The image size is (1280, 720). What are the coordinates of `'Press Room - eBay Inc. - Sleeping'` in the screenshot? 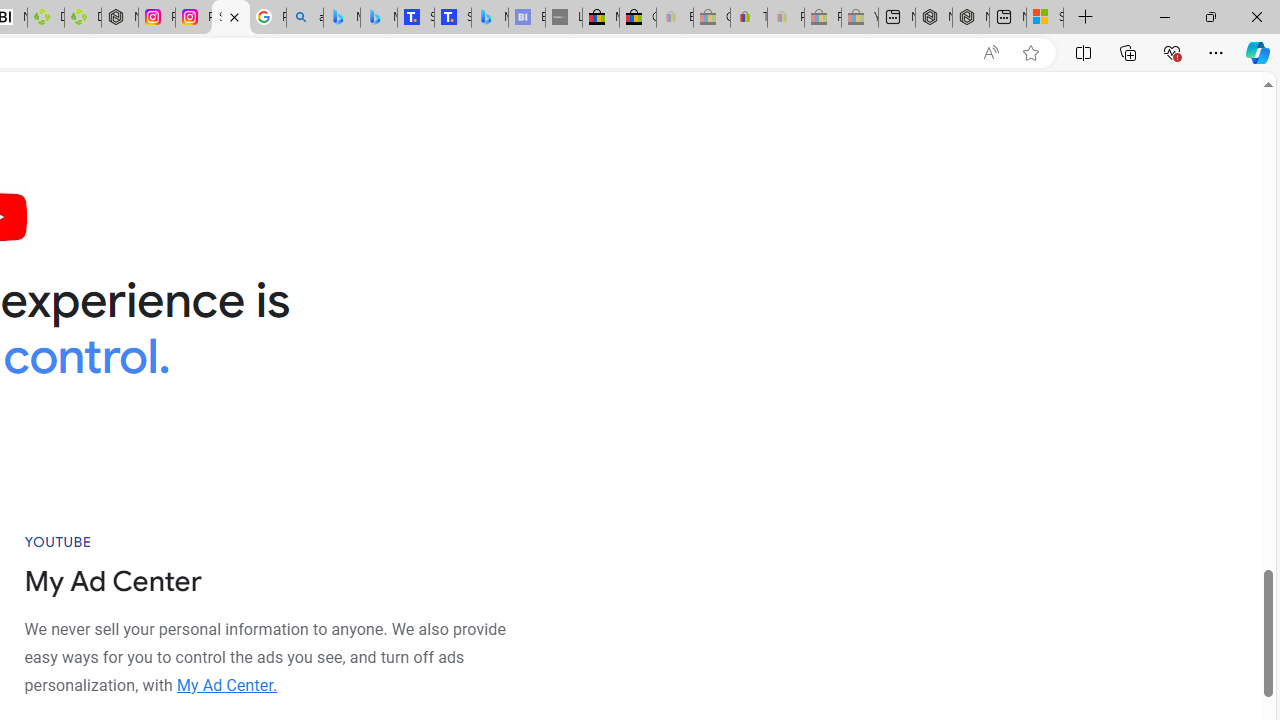 It's located at (823, 17).